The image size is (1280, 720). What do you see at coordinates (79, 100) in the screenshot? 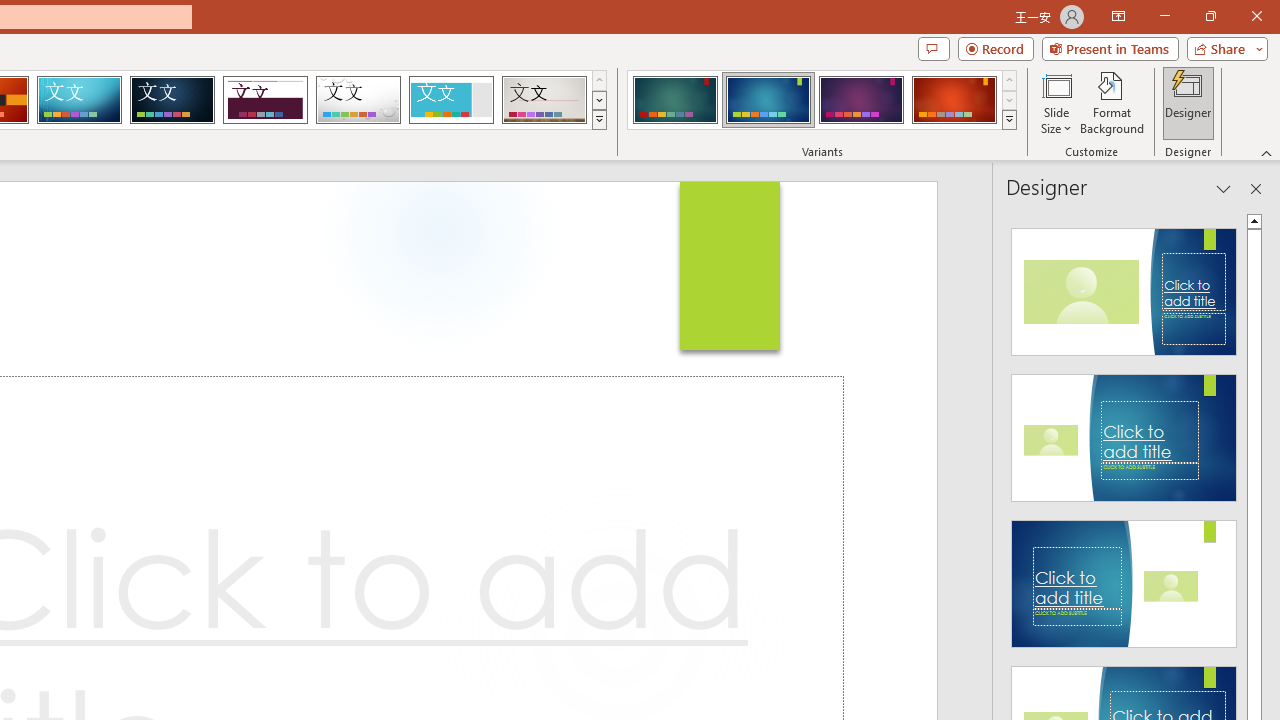
I see `'Circuit Loading Preview...'` at bounding box center [79, 100].